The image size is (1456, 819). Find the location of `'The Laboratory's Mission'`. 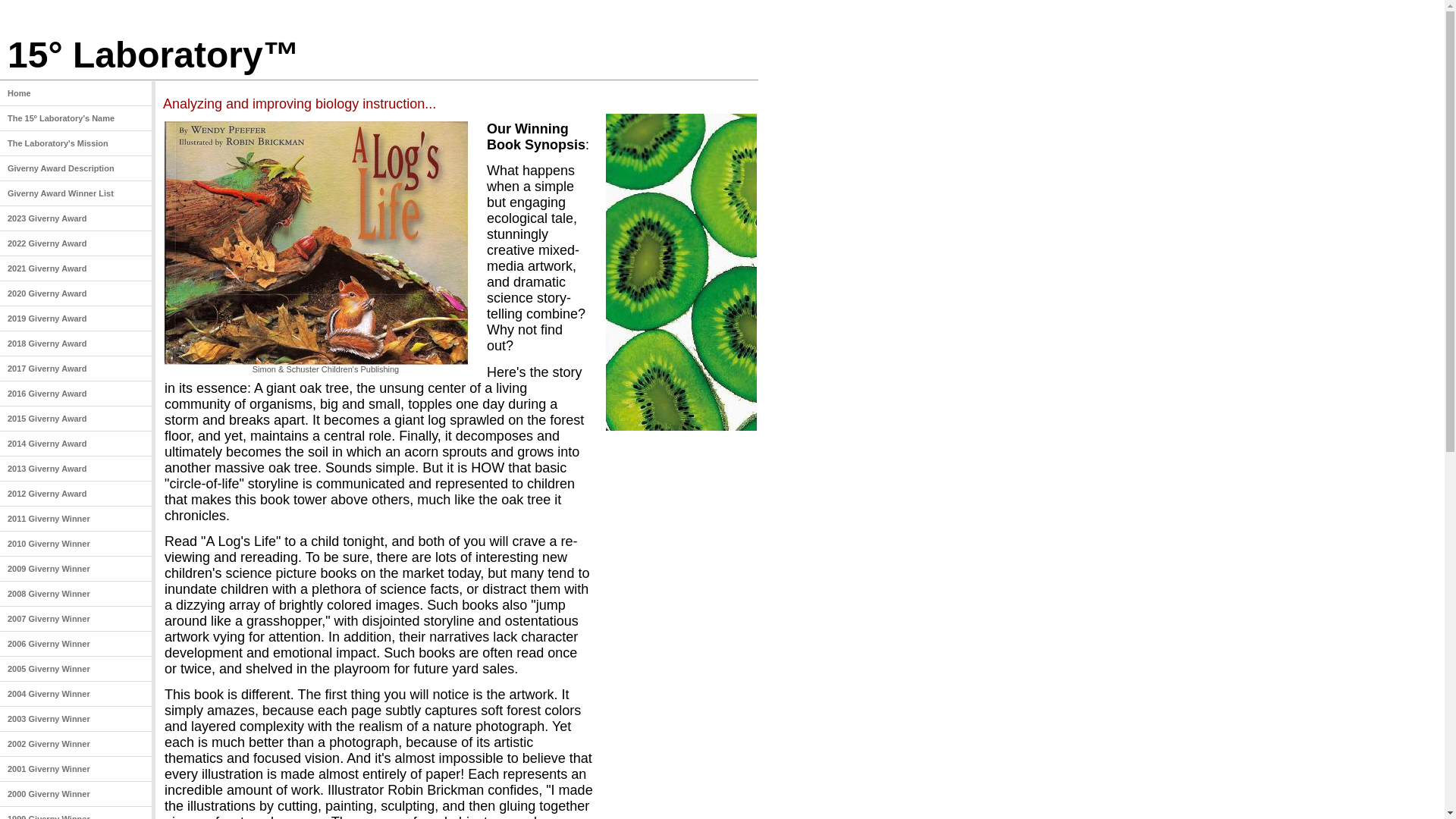

'The Laboratory's Mission' is located at coordinates (75, 143).